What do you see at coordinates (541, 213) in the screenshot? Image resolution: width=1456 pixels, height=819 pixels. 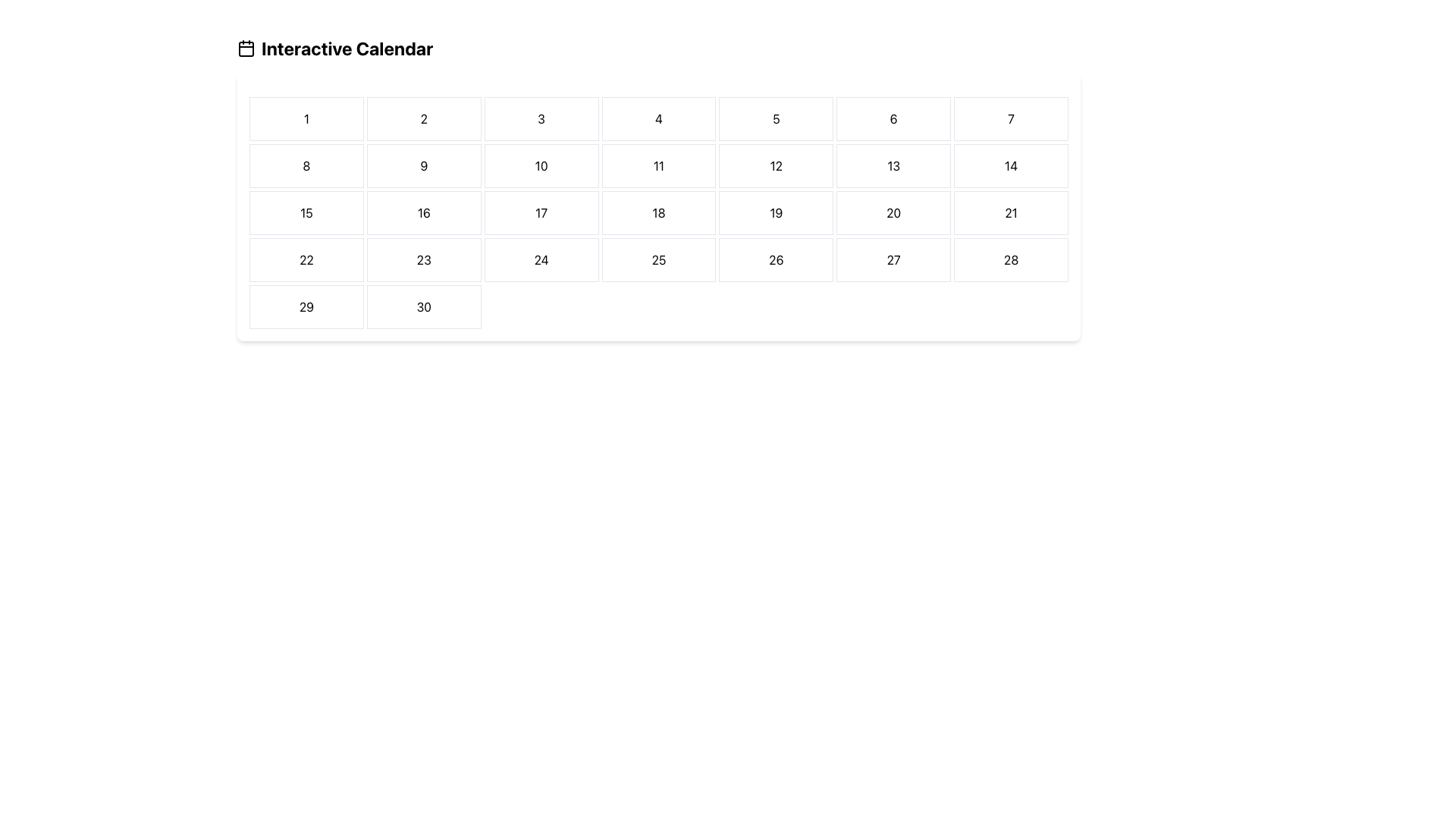 I see `the calendar day cell displaying the number '17'` at bounding box center [541, 213].